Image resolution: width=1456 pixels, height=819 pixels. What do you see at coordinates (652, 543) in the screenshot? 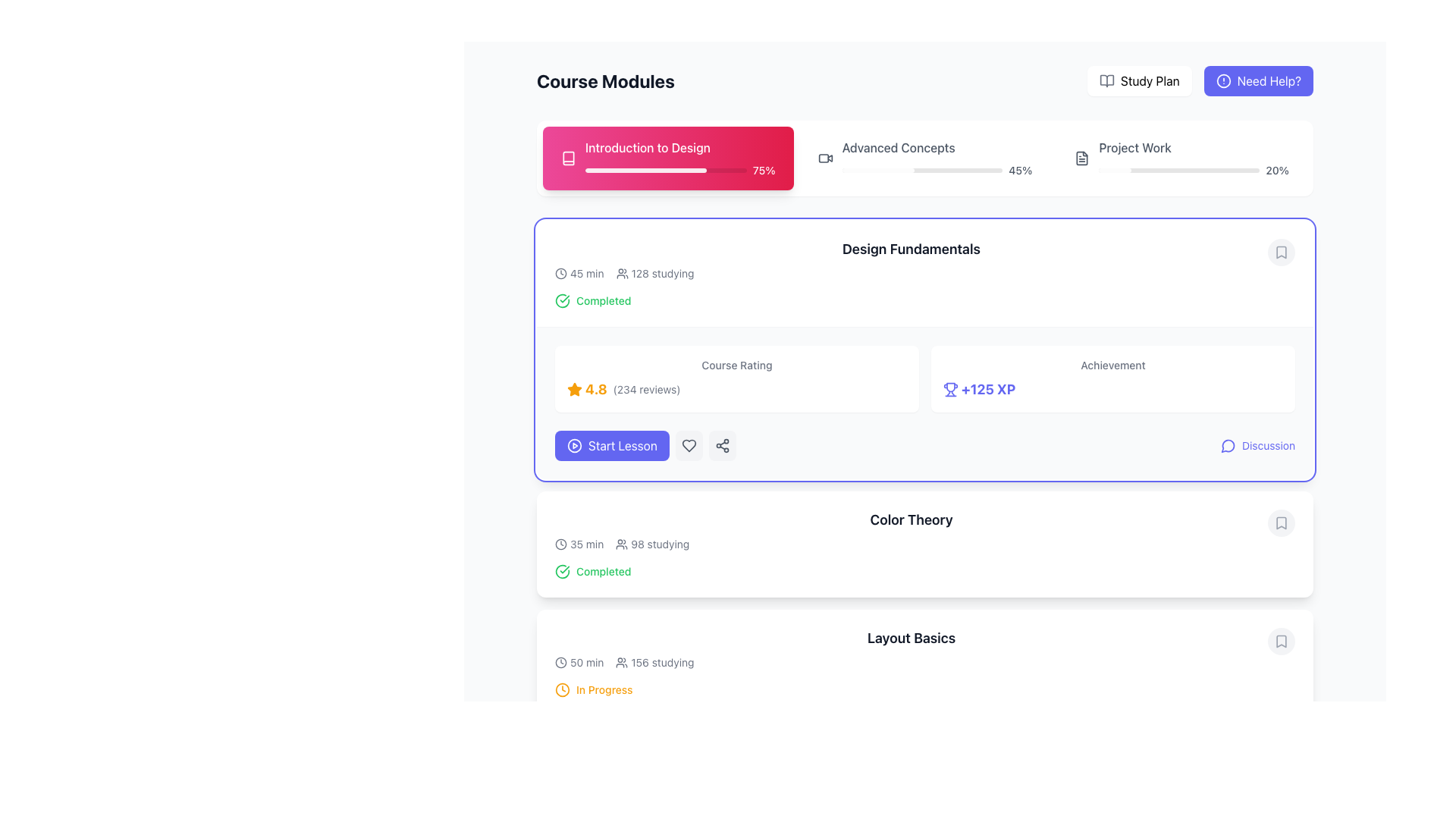
I see `the text element displaying '98 studying' next to the user icon, which is part of the 'Color Theory' course module and located in the completion information row` at bounding box center [652, 543].